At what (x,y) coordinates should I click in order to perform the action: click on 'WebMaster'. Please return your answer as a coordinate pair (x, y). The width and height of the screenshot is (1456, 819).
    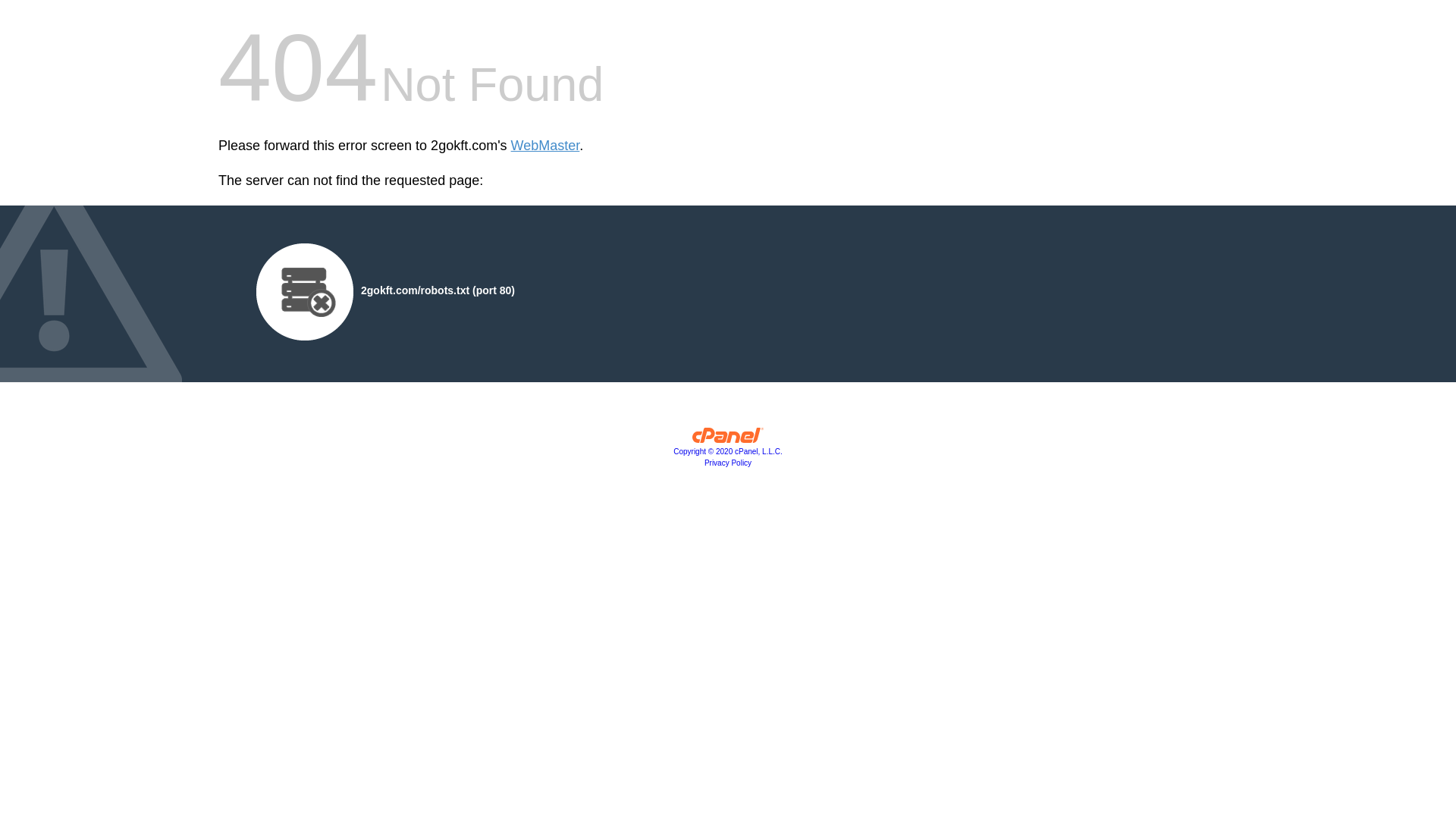
    Looking at the image, I should click on (545, 146).